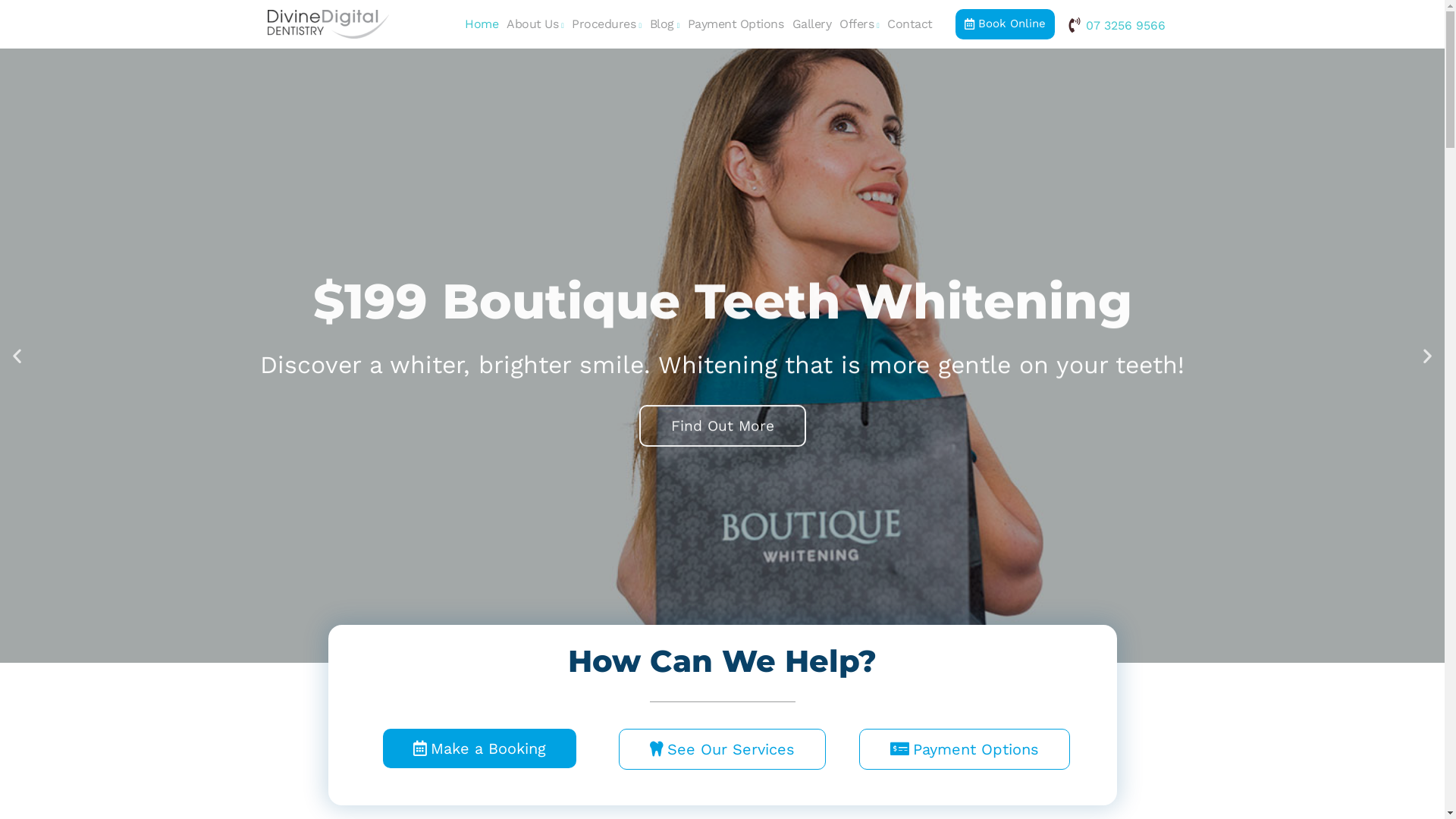  Describe the element at coordinates (735, 24) in the screenshot. I see `'Payment Options'` at that location.